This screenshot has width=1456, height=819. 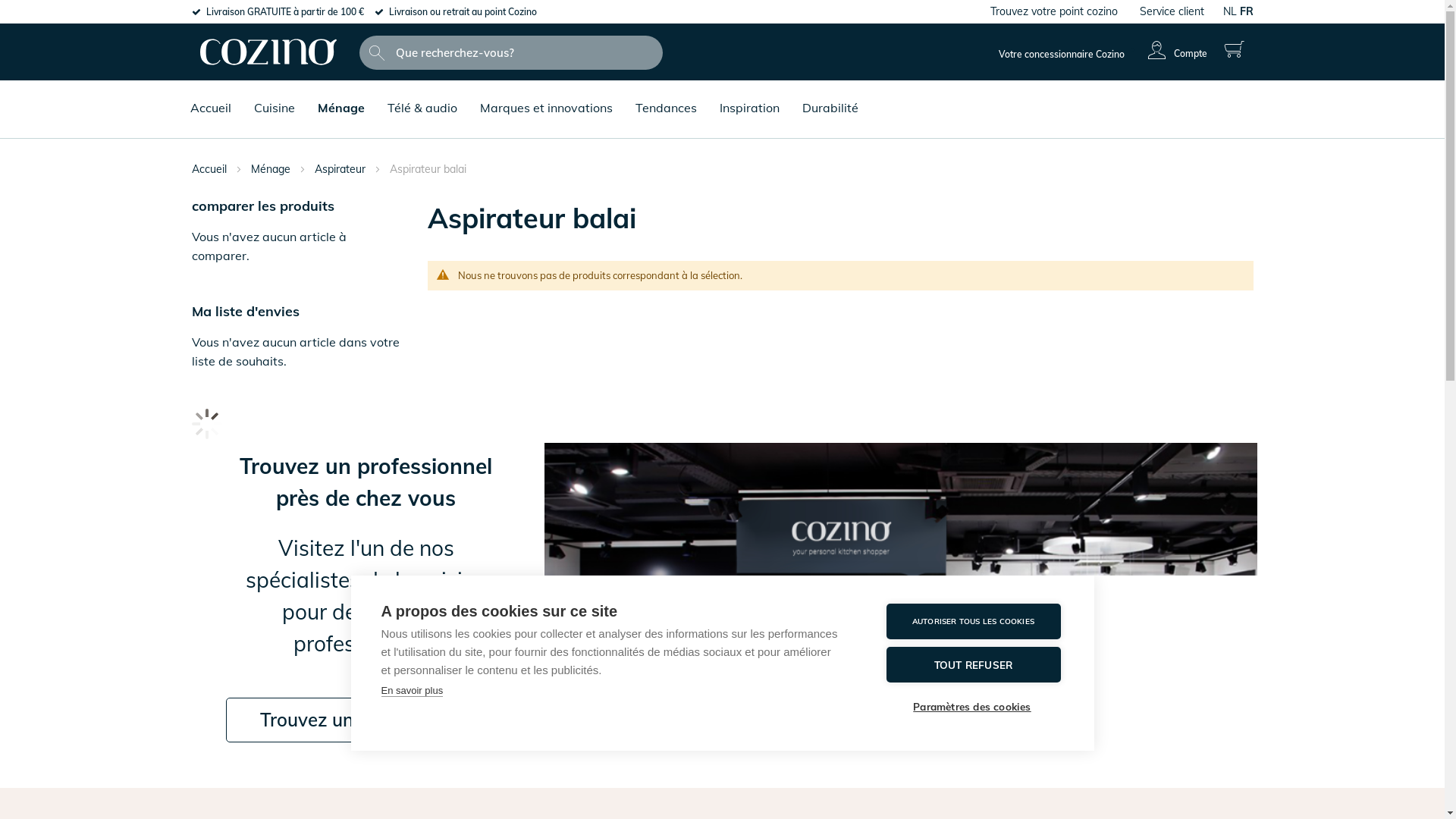 What do you see at coordinates (545, 97) in the screenshot?
I see `'Marques et innovations'` at bounding box center [545, 97].